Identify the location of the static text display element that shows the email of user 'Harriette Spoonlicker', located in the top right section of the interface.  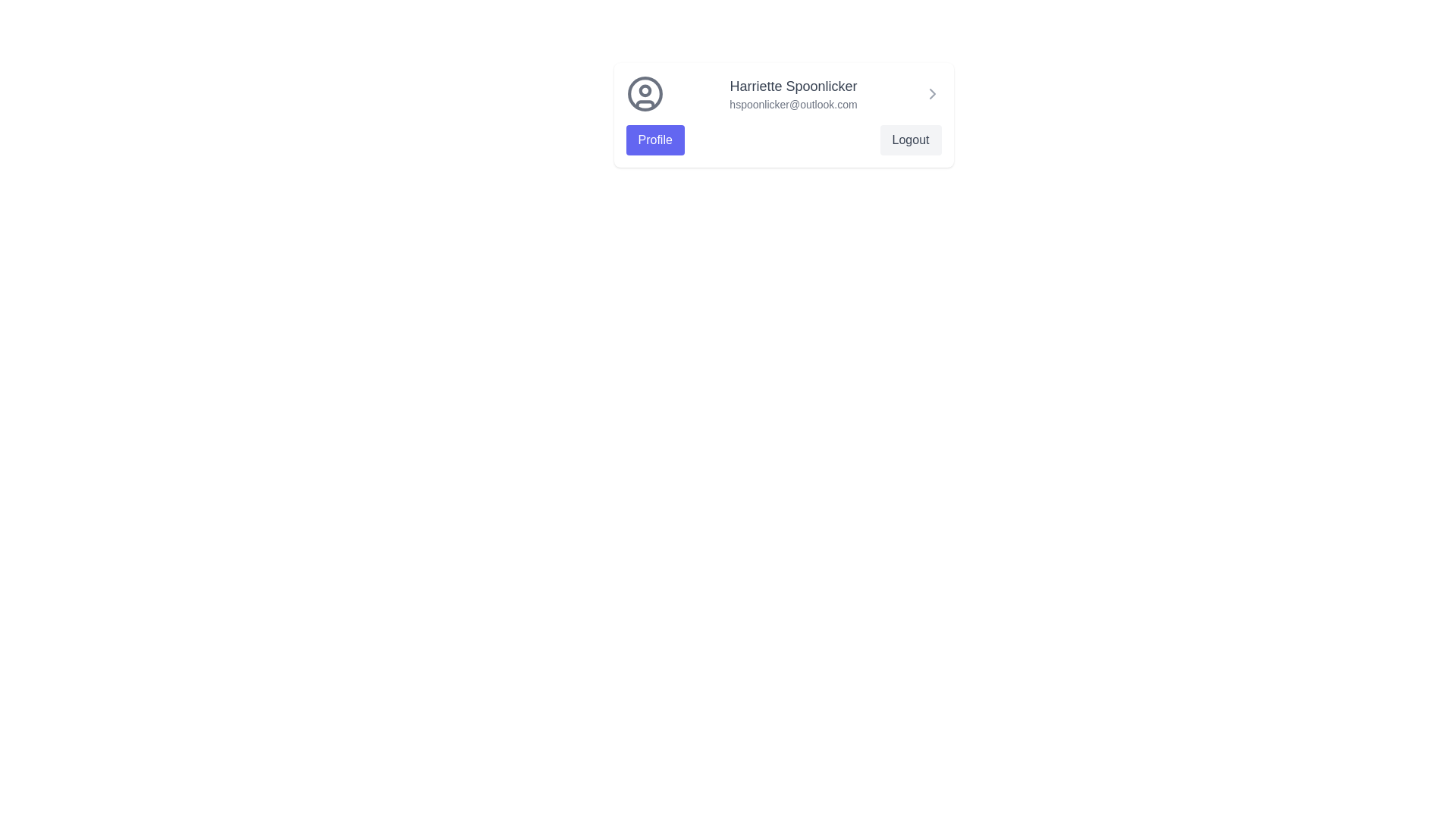
(792, 104).